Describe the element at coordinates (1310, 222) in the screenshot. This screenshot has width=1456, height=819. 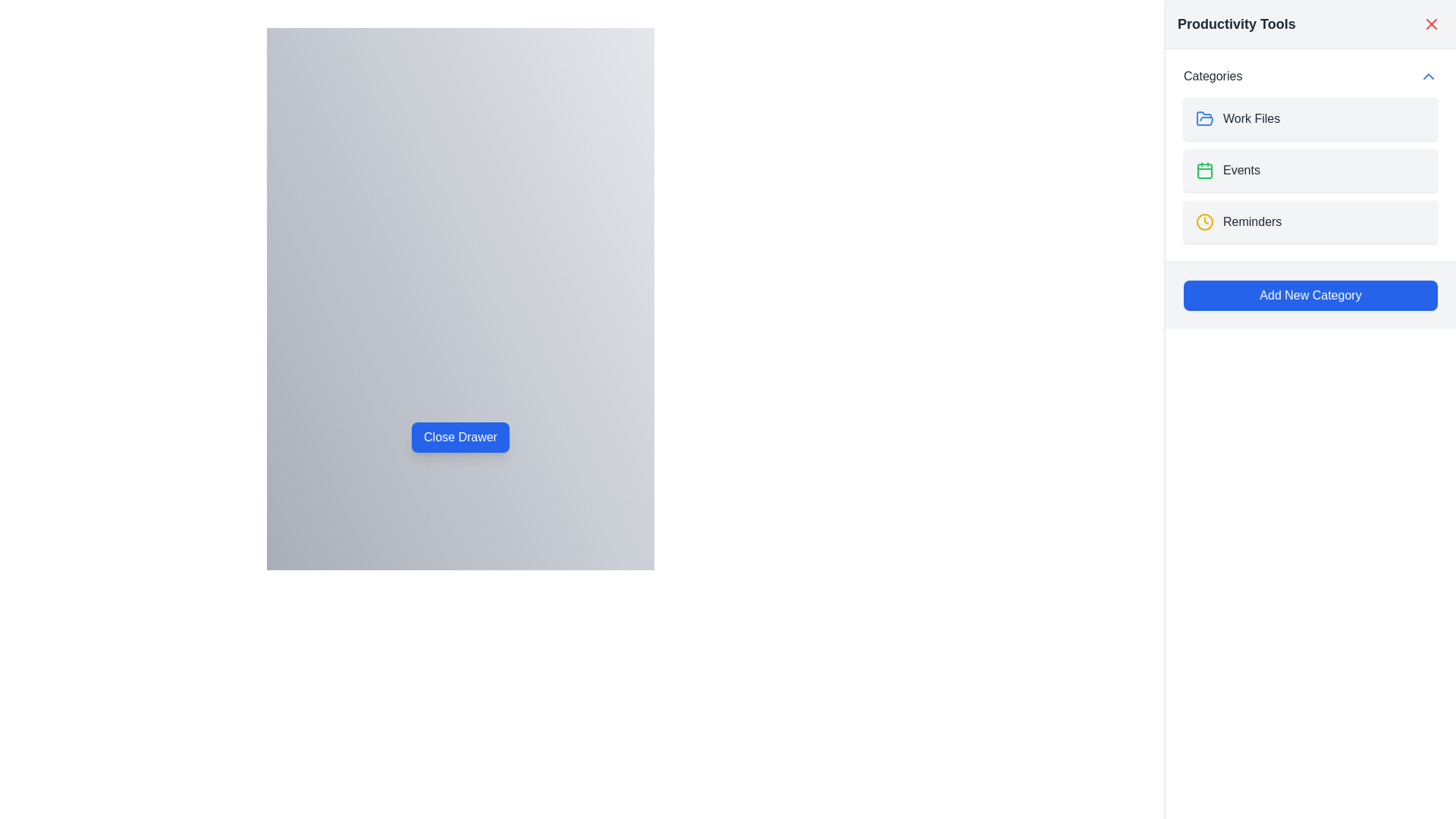
I see `the 'Reminders' button` at that location.